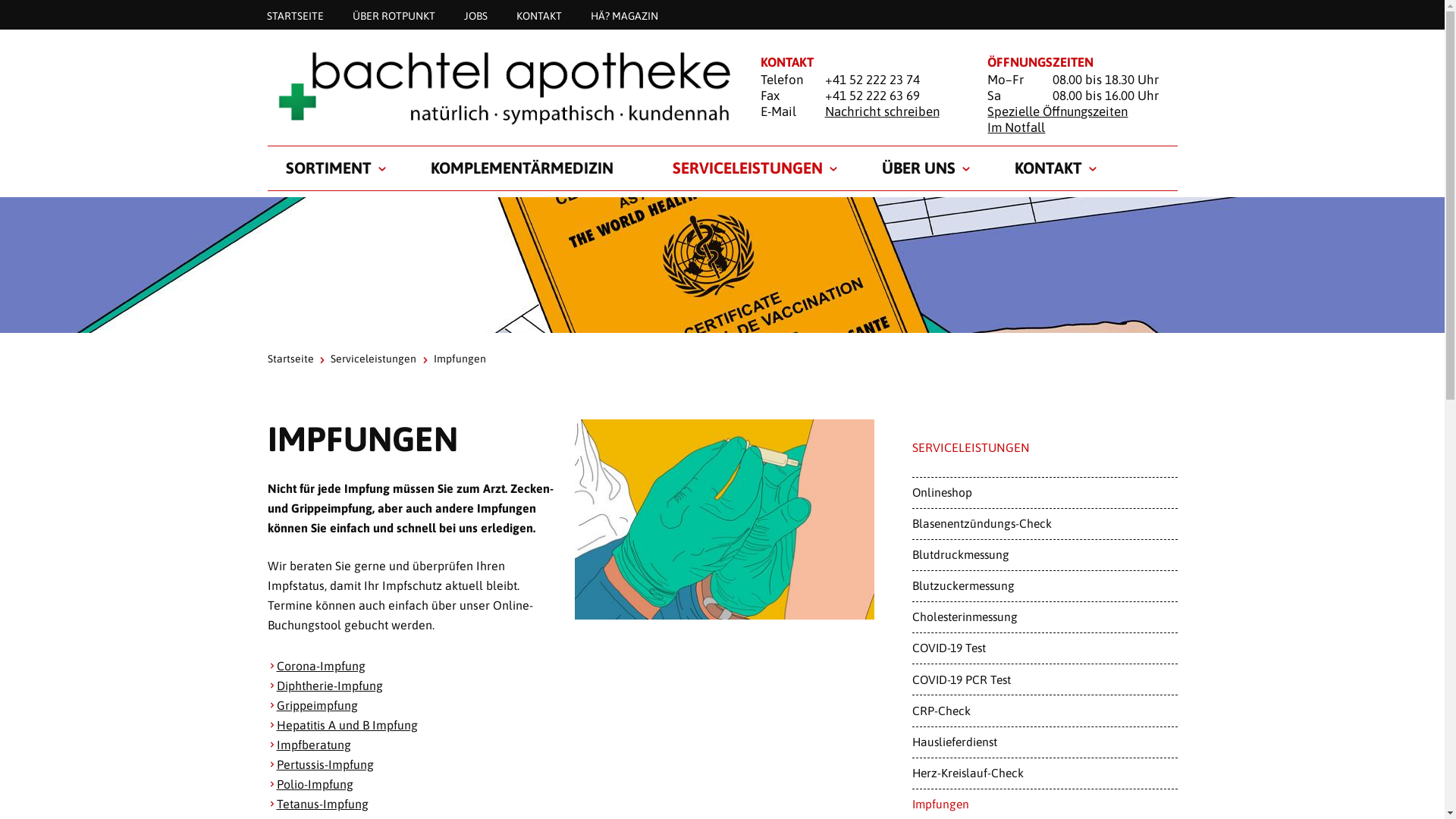 Image resolution: width=1456 pixels, height=819 pixels. I want to click on 'COVID-19 PCR Test', so click(1043, 678).